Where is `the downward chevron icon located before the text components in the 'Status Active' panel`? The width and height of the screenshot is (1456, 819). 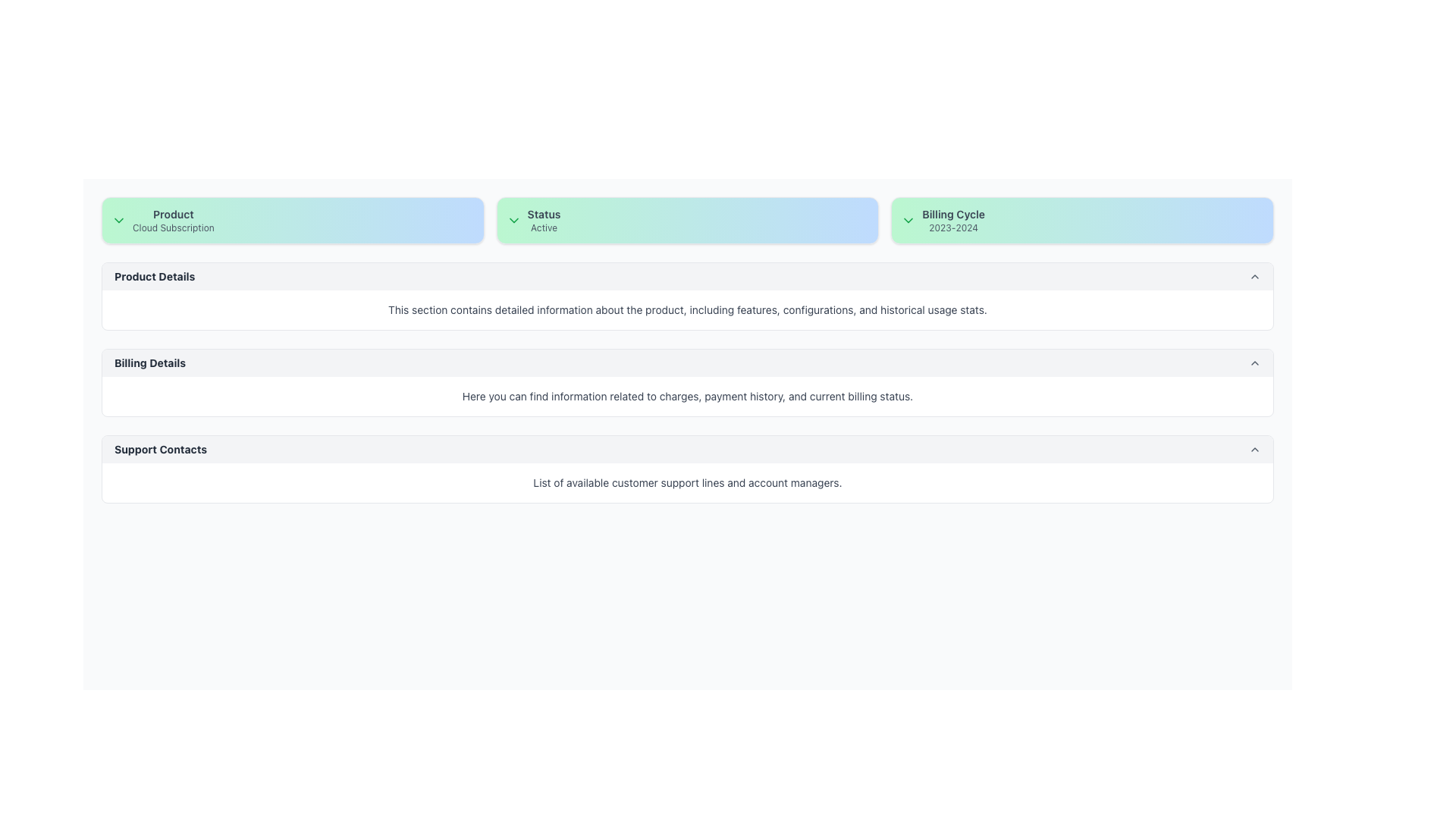
the downward chevron icon located before the text components in the 'Status Active' panel is located at coordinates (513, 220).